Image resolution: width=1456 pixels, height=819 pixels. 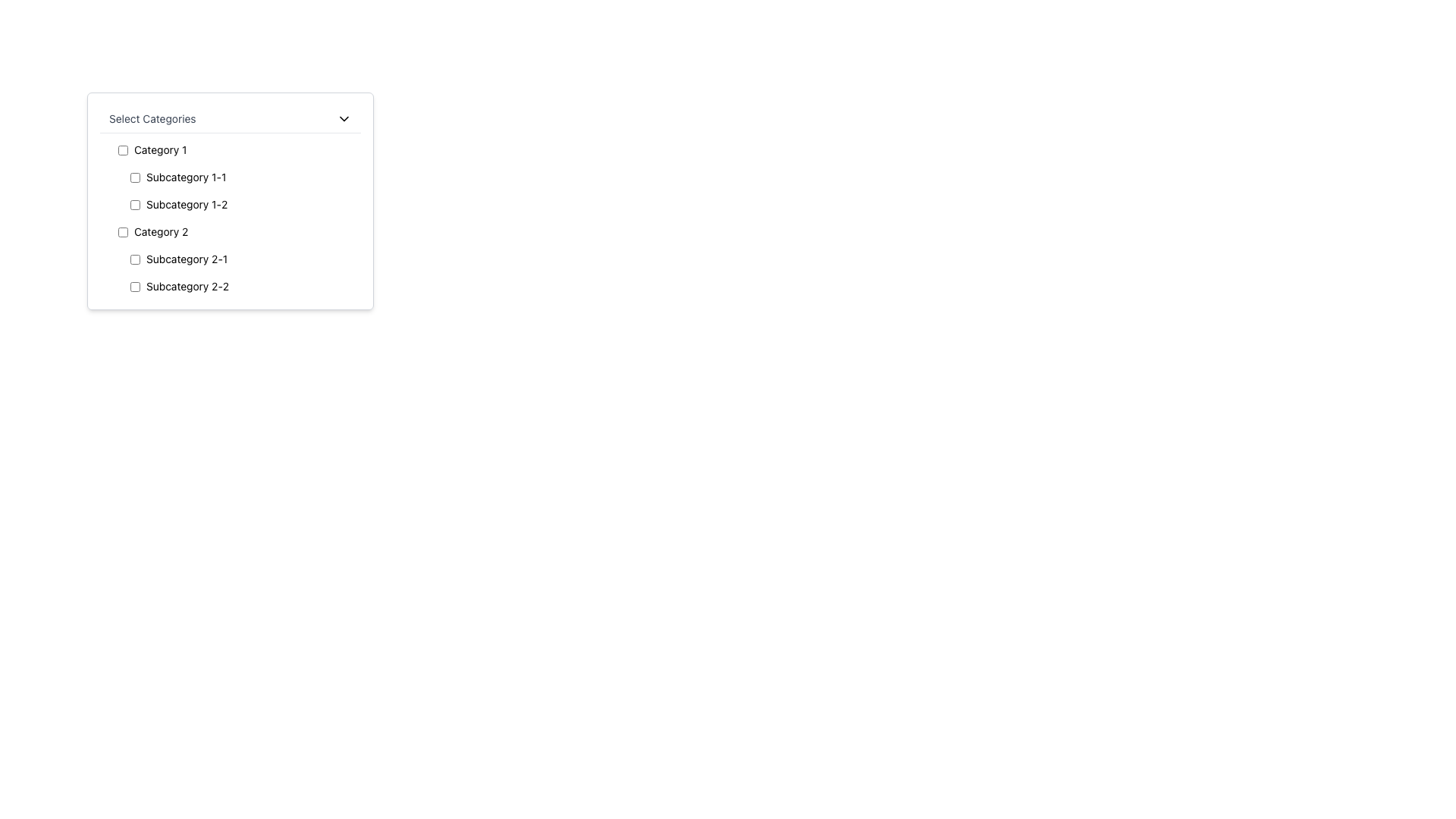 I want to click on the checkbox for 'Category 1' located, so click(x=123, y=149).